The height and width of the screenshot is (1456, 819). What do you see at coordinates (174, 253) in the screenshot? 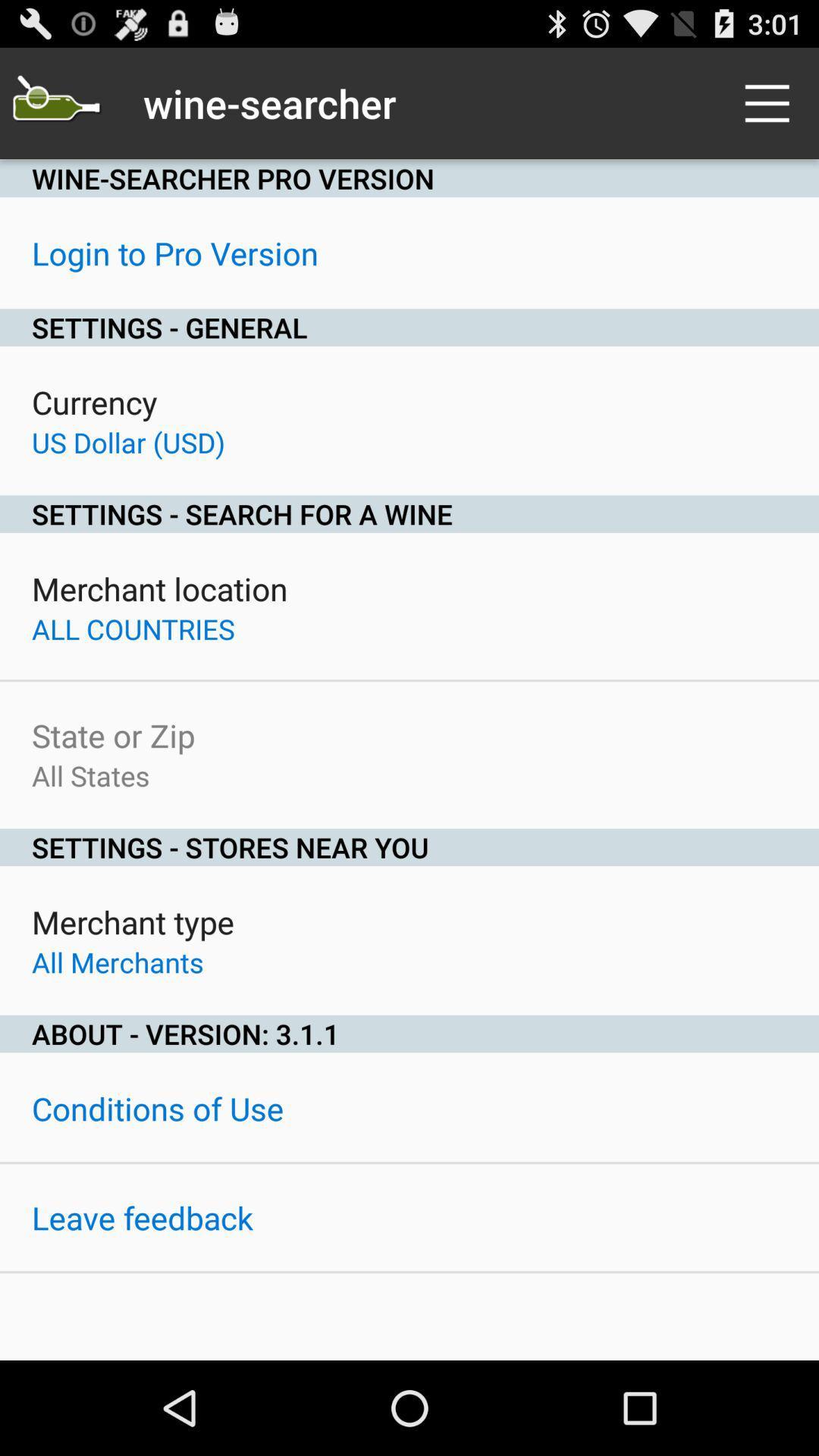
I see `the login to pro icon` at bounding box center [174, 253].